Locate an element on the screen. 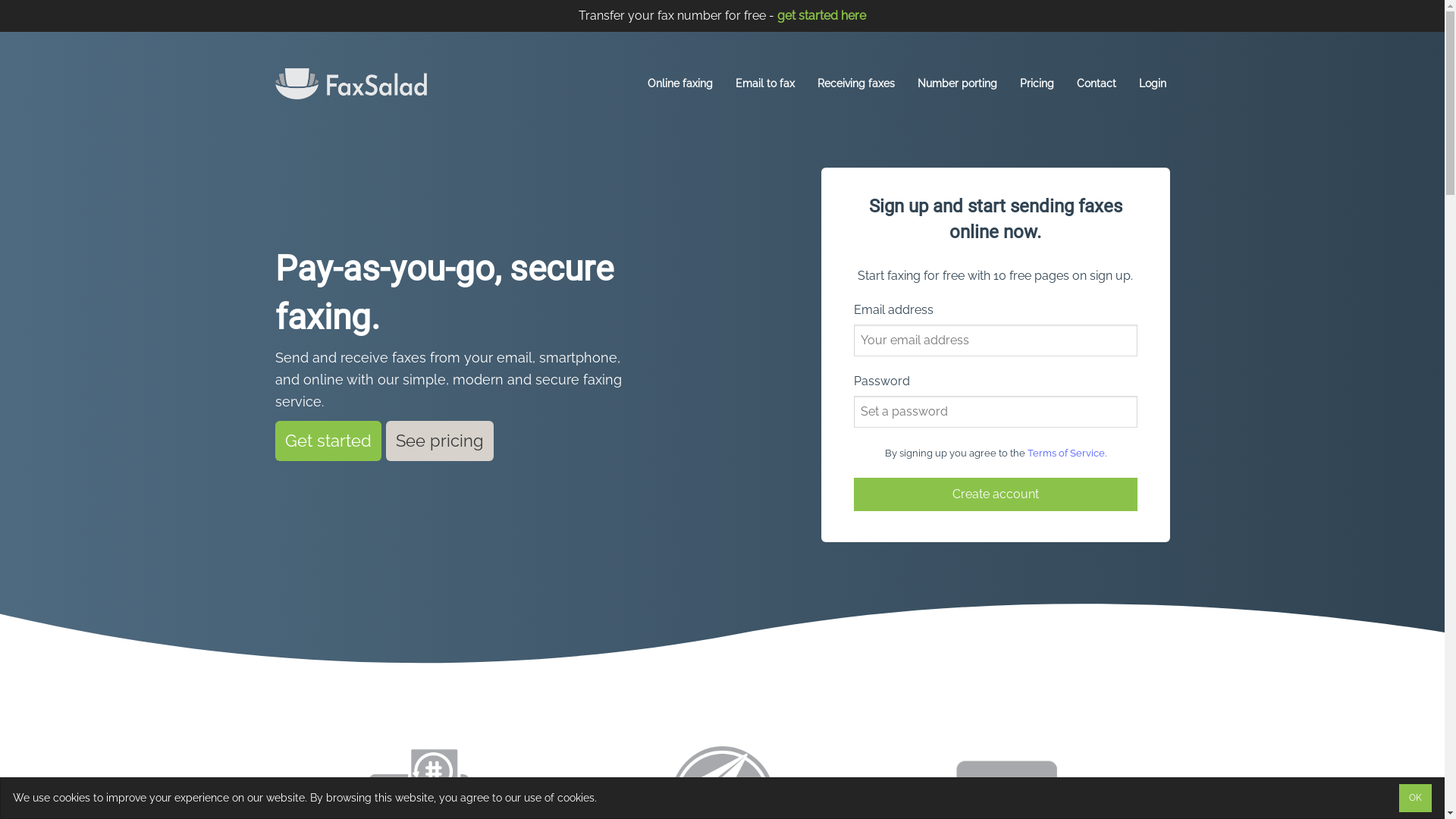 Image resolution: width=1456 pixels, height=819 pixels. 'Create account' is located at coordinates (996, 494).